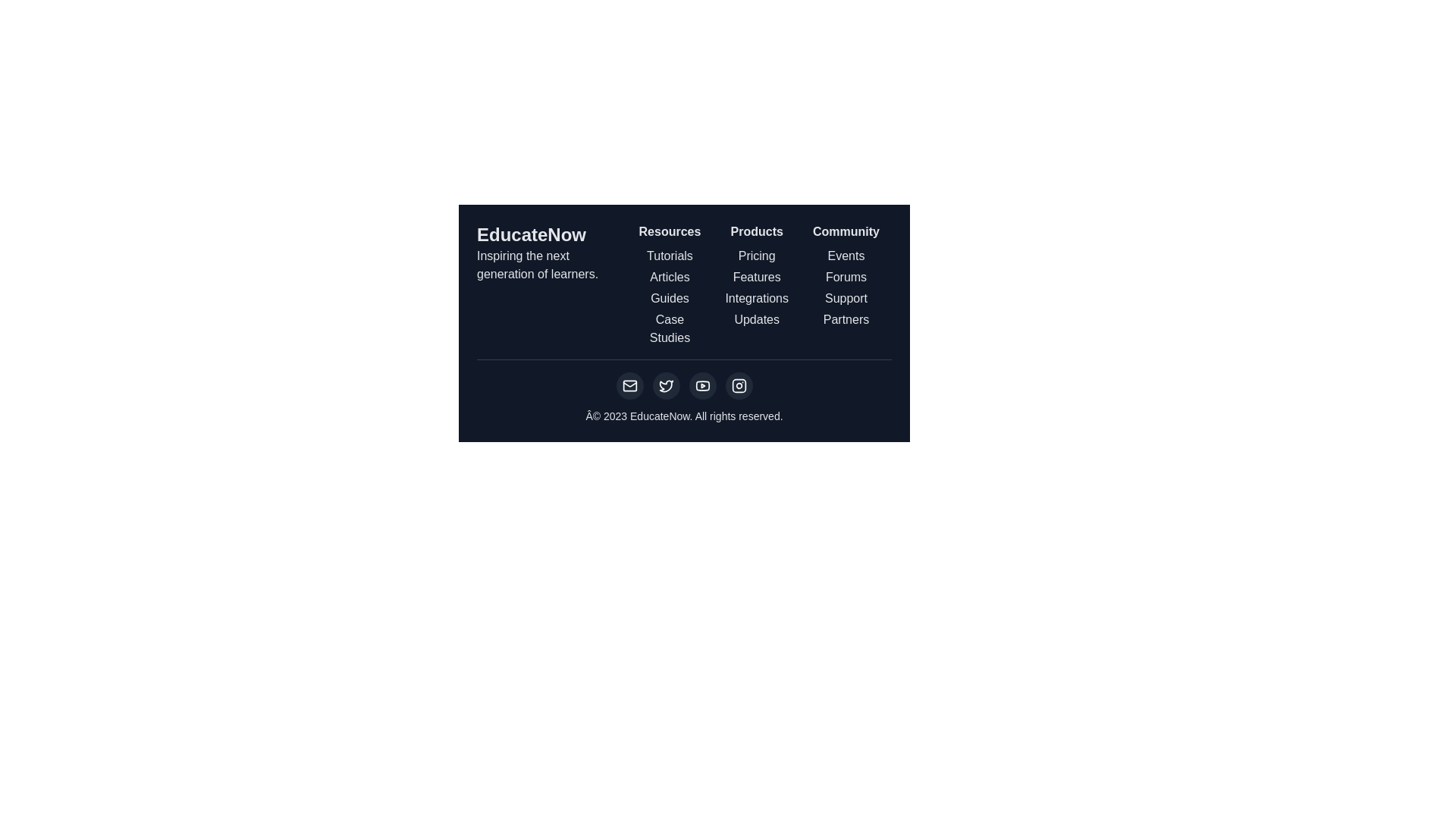  I want to click on the Vertical navigation list located in the 'Resources' section, so click(669, 297).